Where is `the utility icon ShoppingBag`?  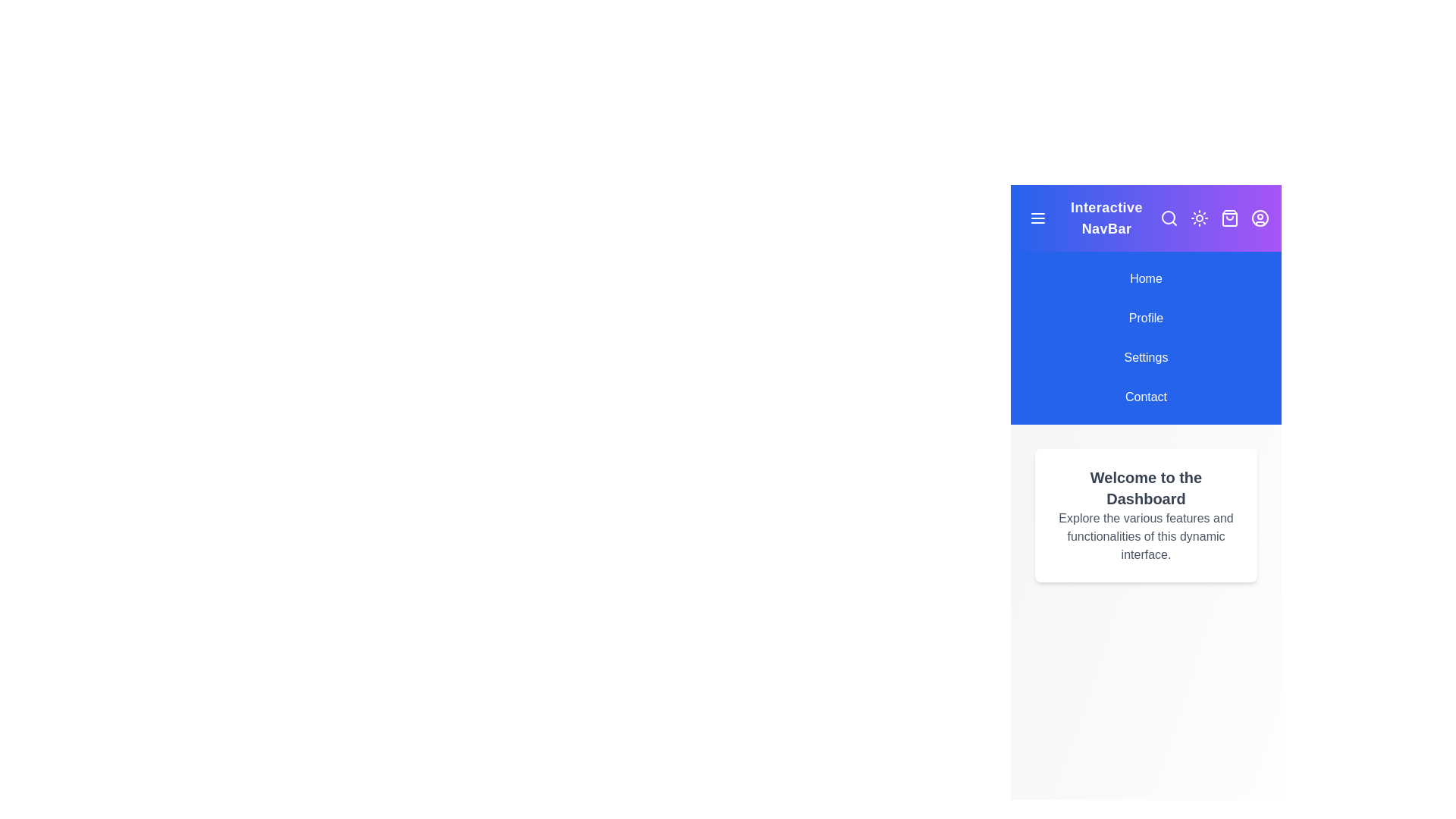
the utility icon ShoppingBag is located at coordinates (1230, 218).